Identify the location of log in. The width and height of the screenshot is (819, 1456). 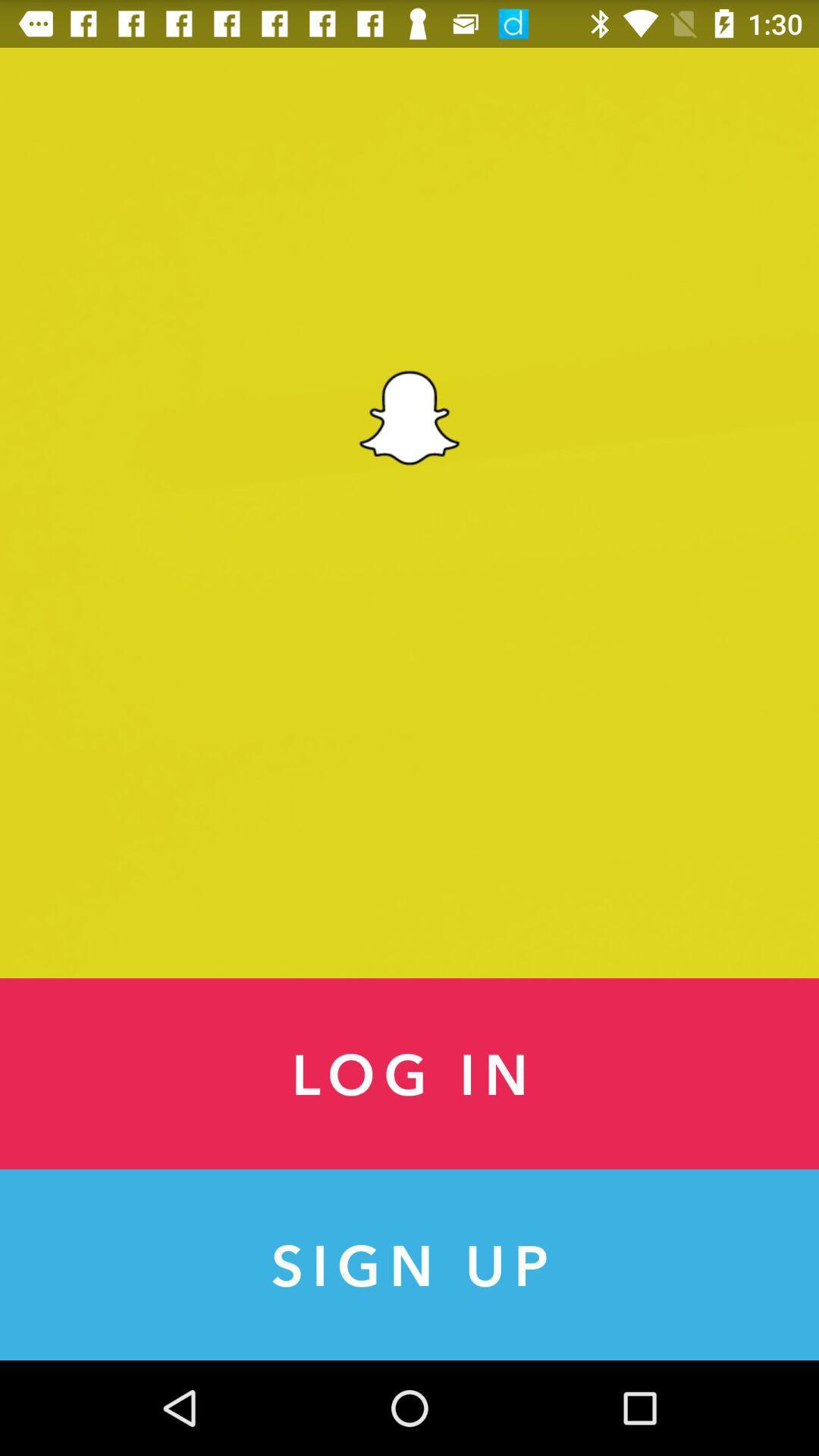
(409, 1073).